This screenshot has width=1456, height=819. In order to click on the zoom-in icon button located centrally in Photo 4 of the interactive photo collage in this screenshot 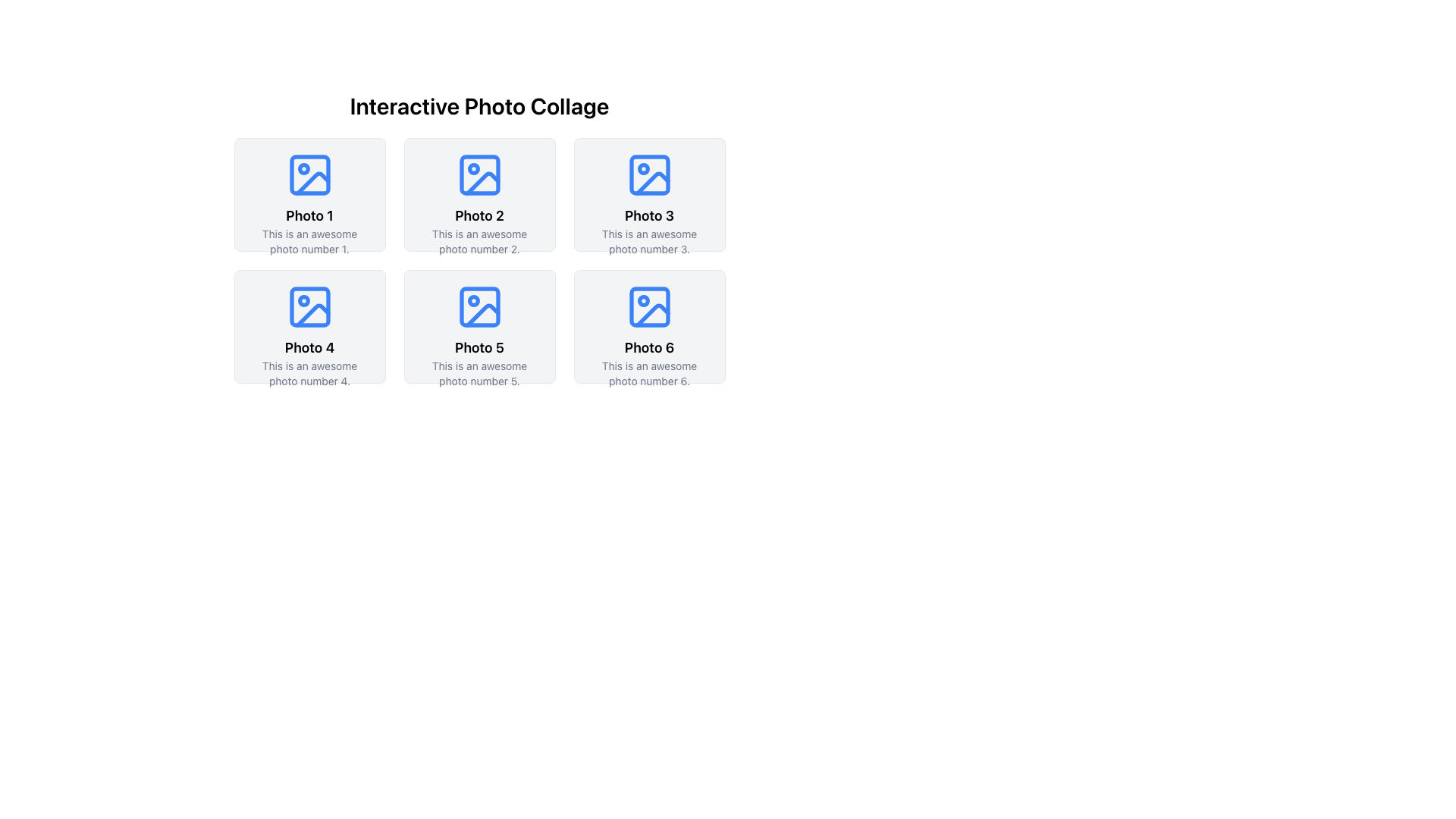, I will do `click(309, 326)`.